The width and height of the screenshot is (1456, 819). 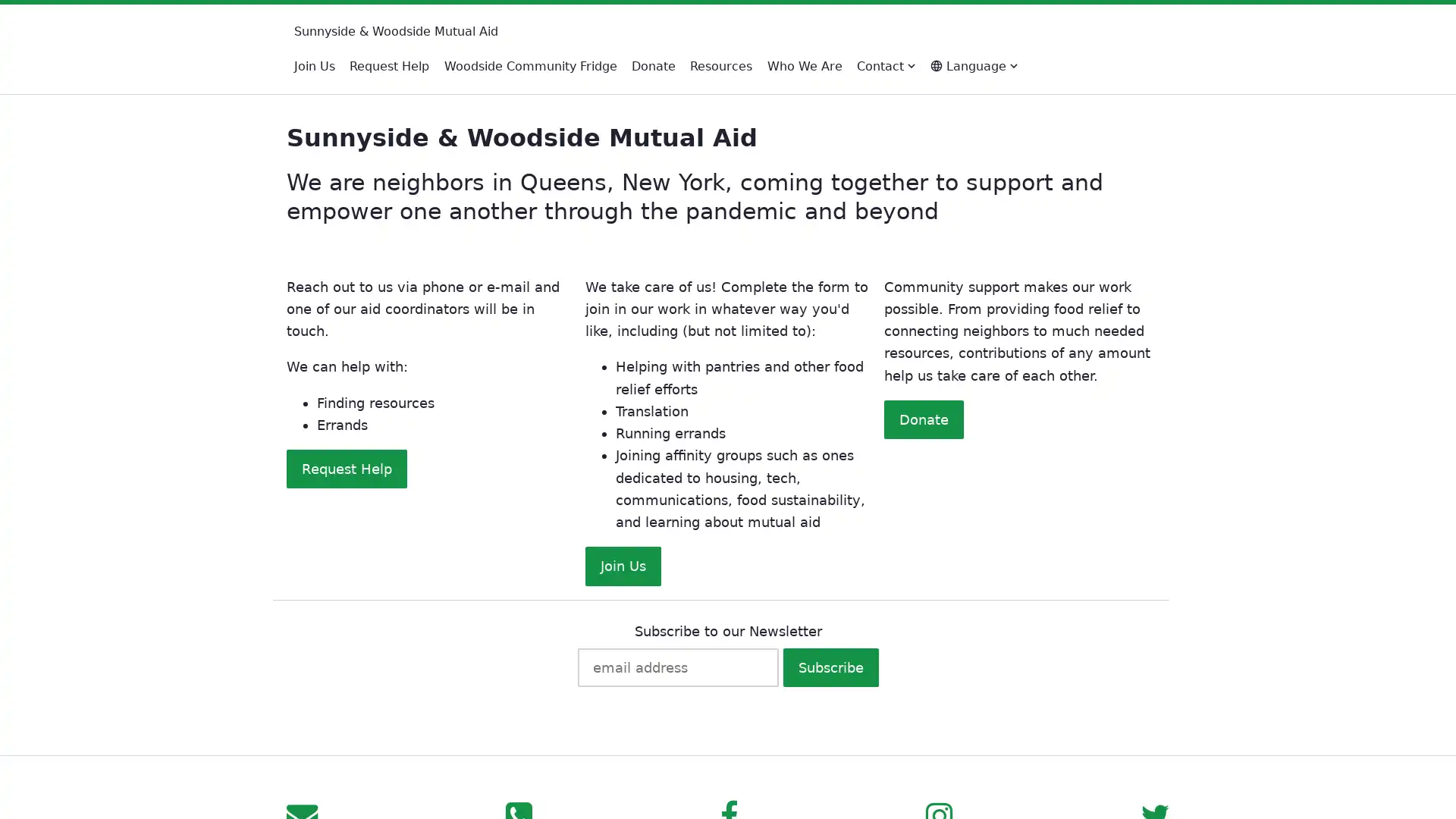 I want to click on Language, so click(x=973, y=65).